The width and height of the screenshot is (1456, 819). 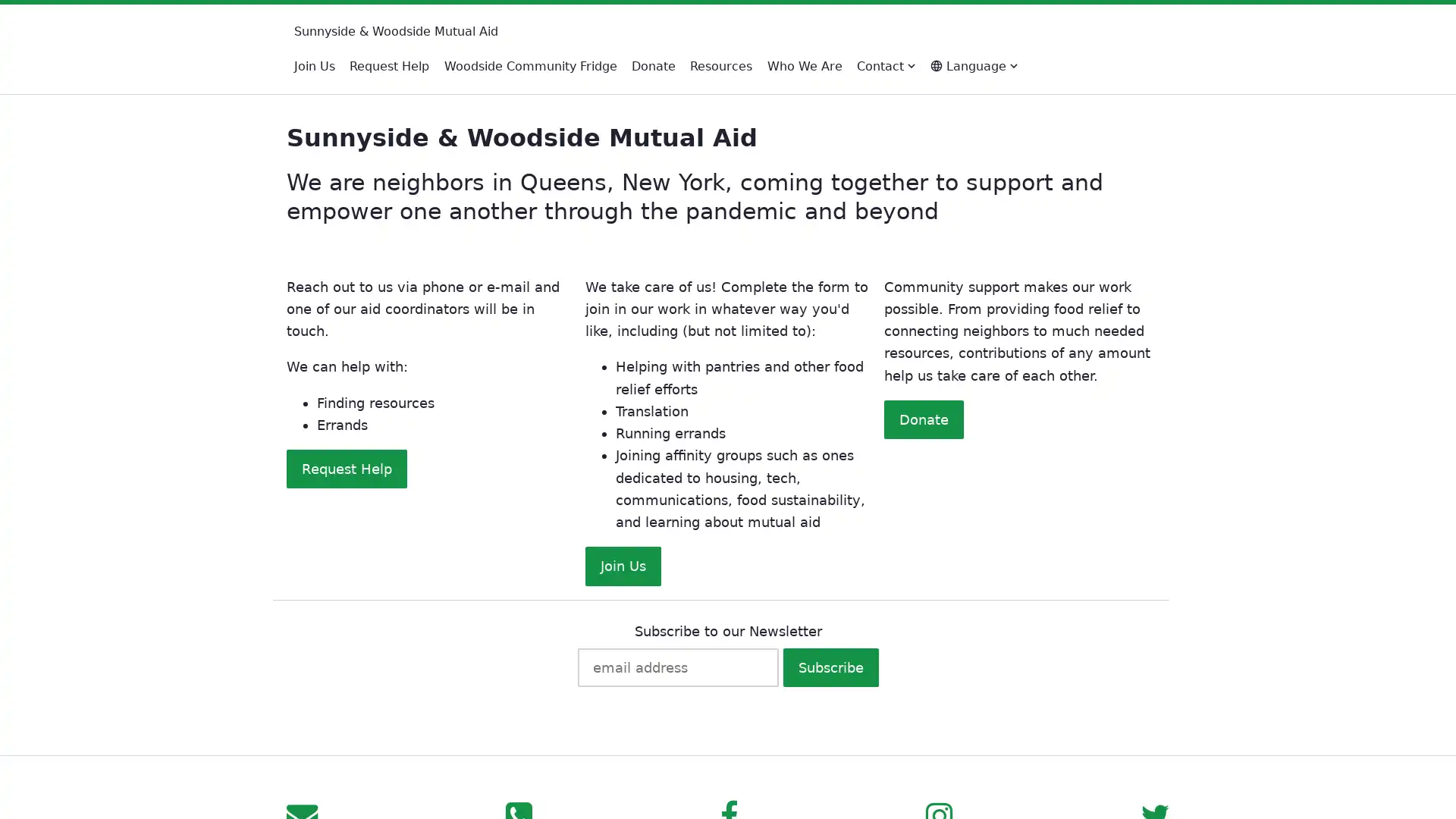 I want to click on Language, so click(x=973, y=65).